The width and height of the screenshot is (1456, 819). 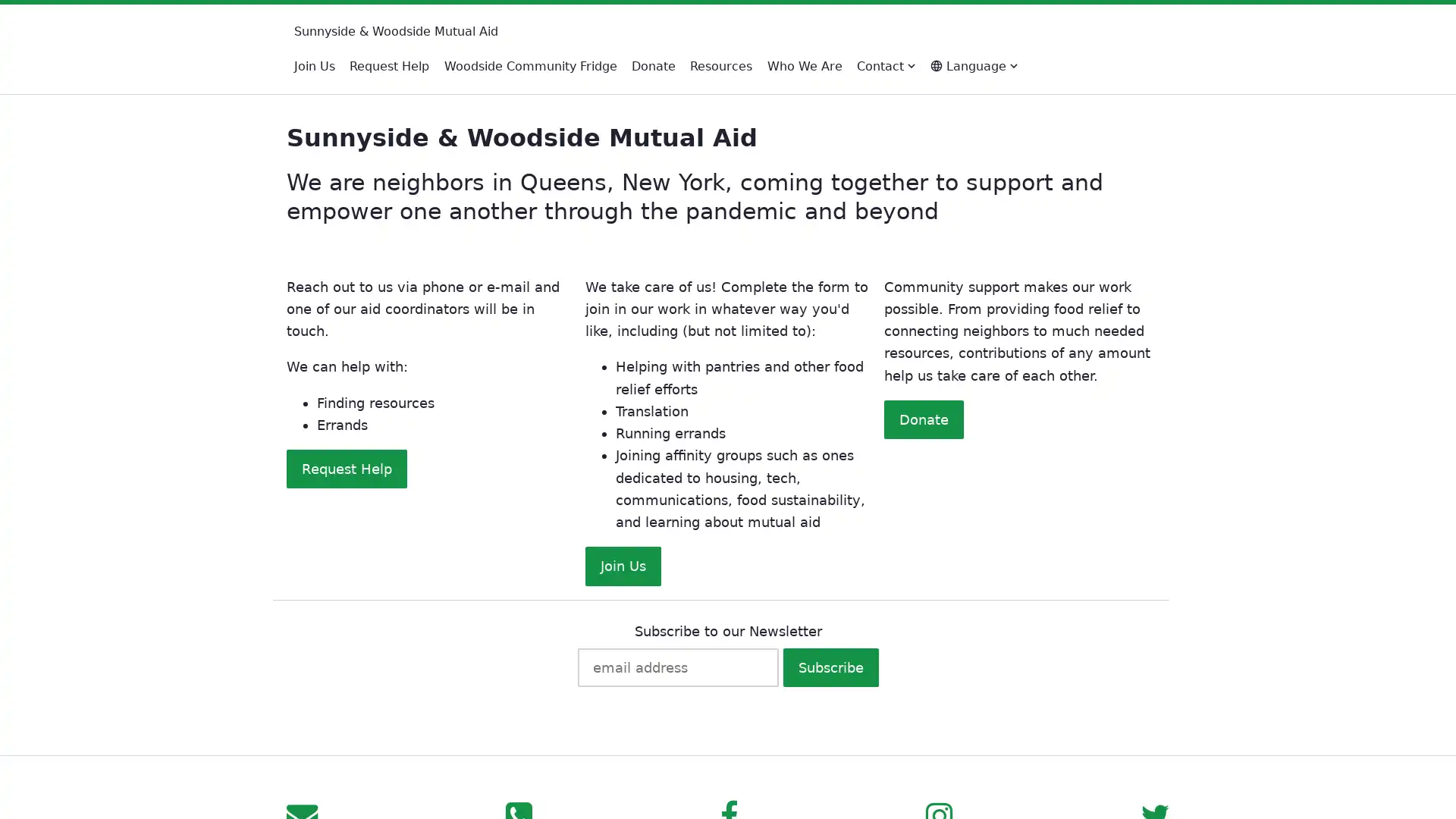 I want to click on Language, so click(x=973, y=65).